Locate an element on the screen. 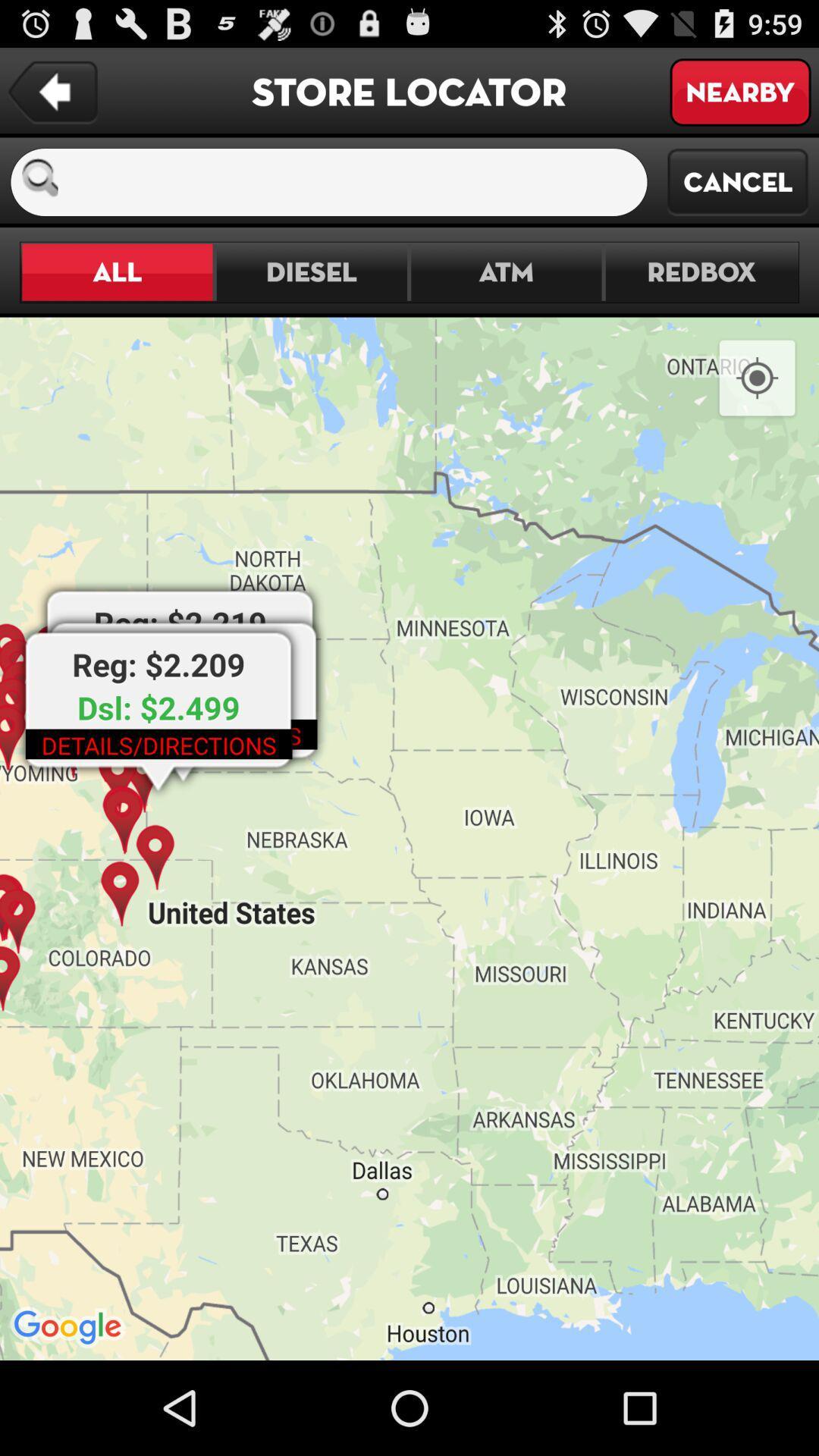 This screenshot has width=819, height=1456. diesel is located at coordinates (311, 272).